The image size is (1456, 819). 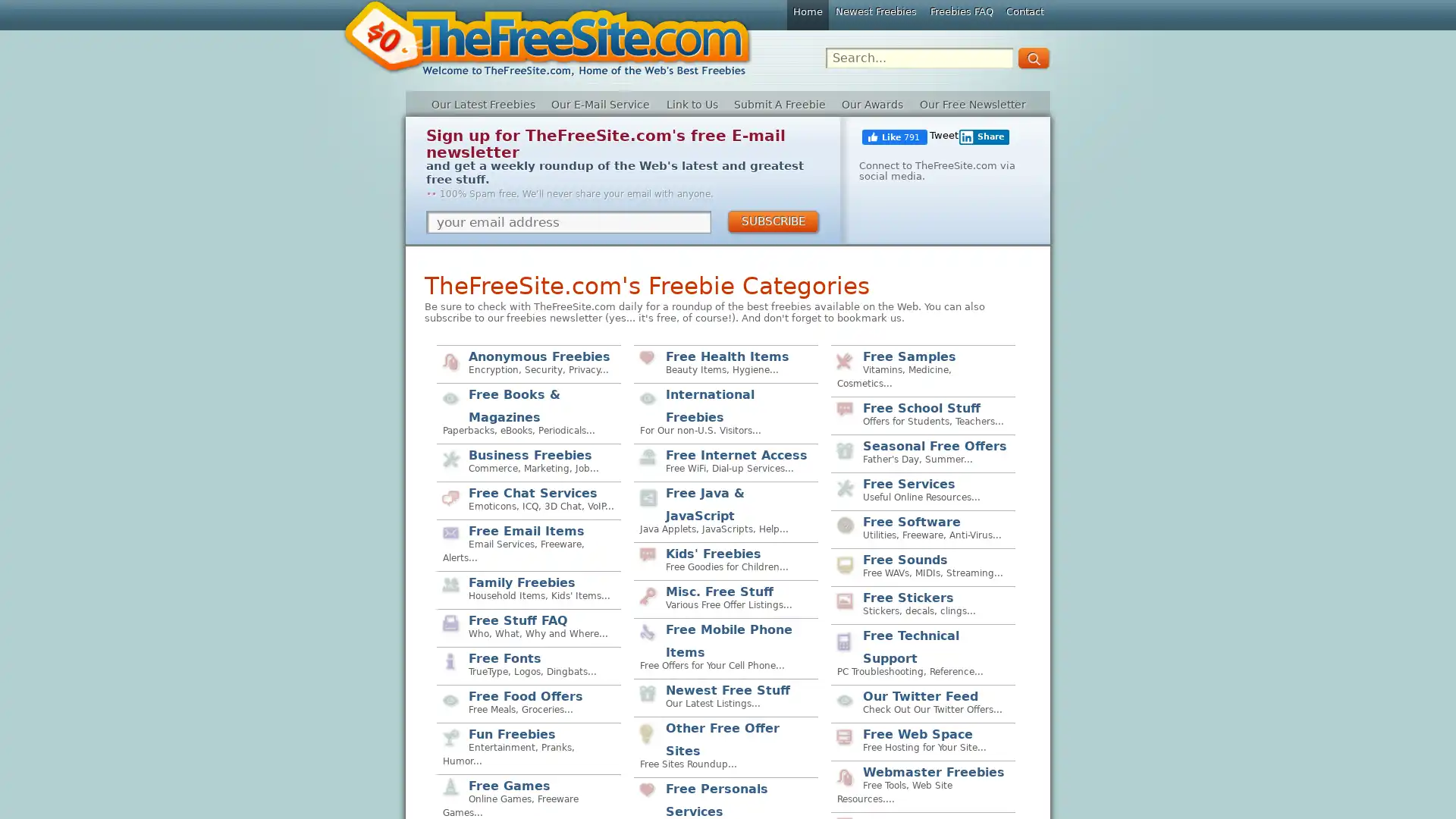 What do you see at coordinates (1012, 137) in the screenshot?
I see `Share` at bounding box center [1012, 137].